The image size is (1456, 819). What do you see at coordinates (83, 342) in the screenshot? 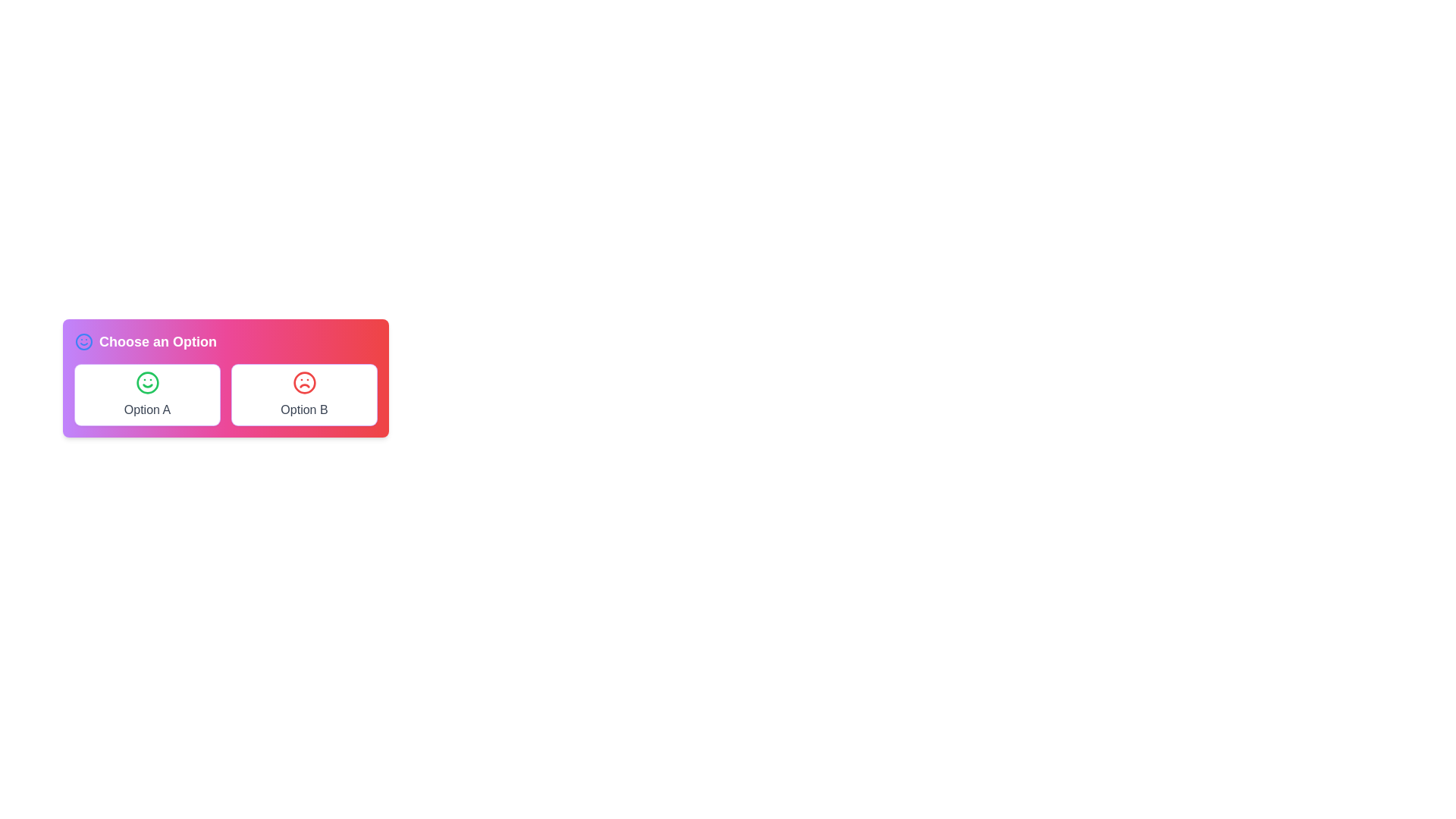
I see `the circular smiley face icon with a blue outline located next to the heading 'Choose an Option'` at bounding box center [83, 342].